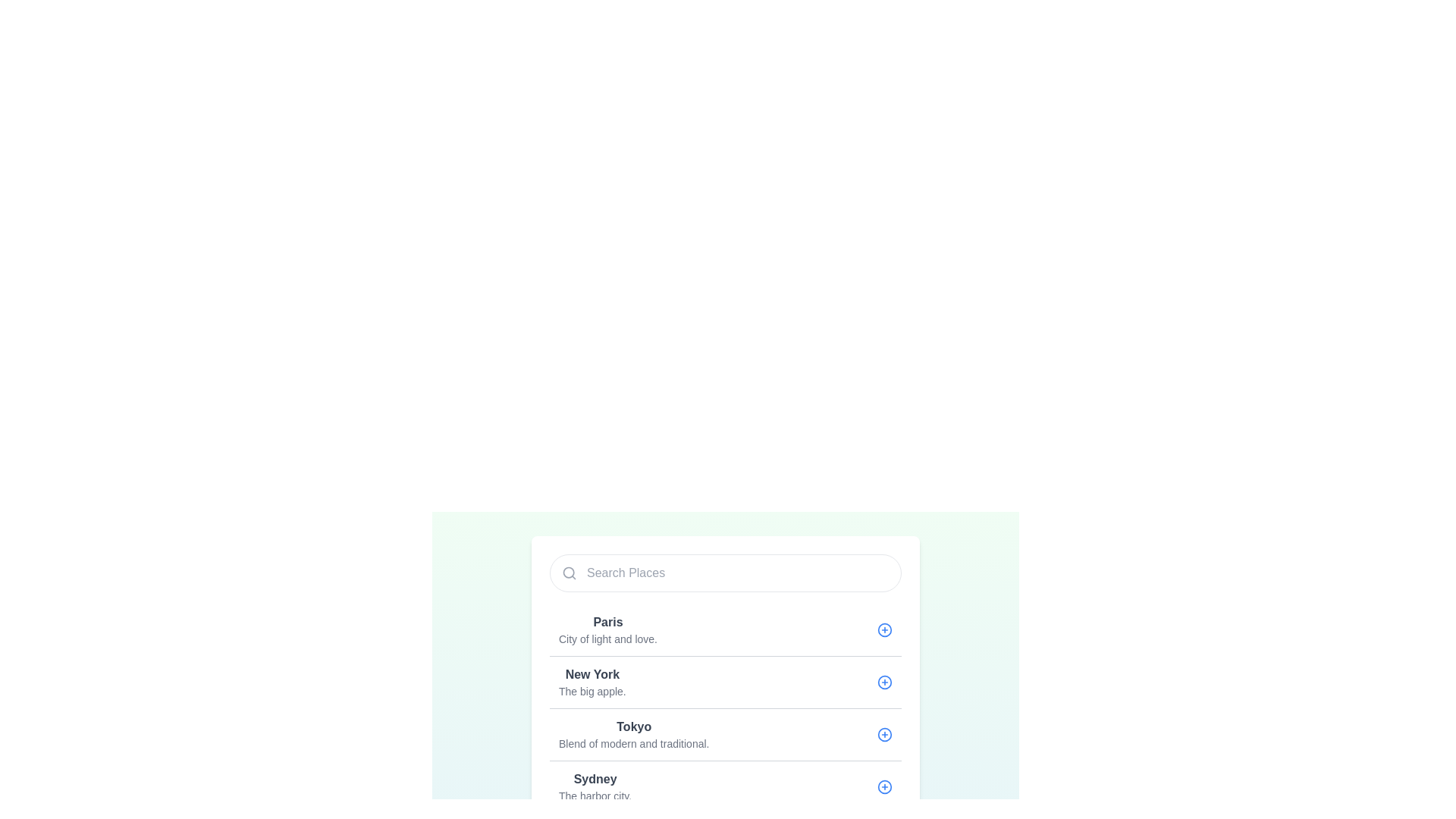  I want to click on the circular shape representing a part of the SVG icon that is styled as a plus-like symbol, located to the right of the 'New York' label in the blue-themed interface, so click(884, 681).